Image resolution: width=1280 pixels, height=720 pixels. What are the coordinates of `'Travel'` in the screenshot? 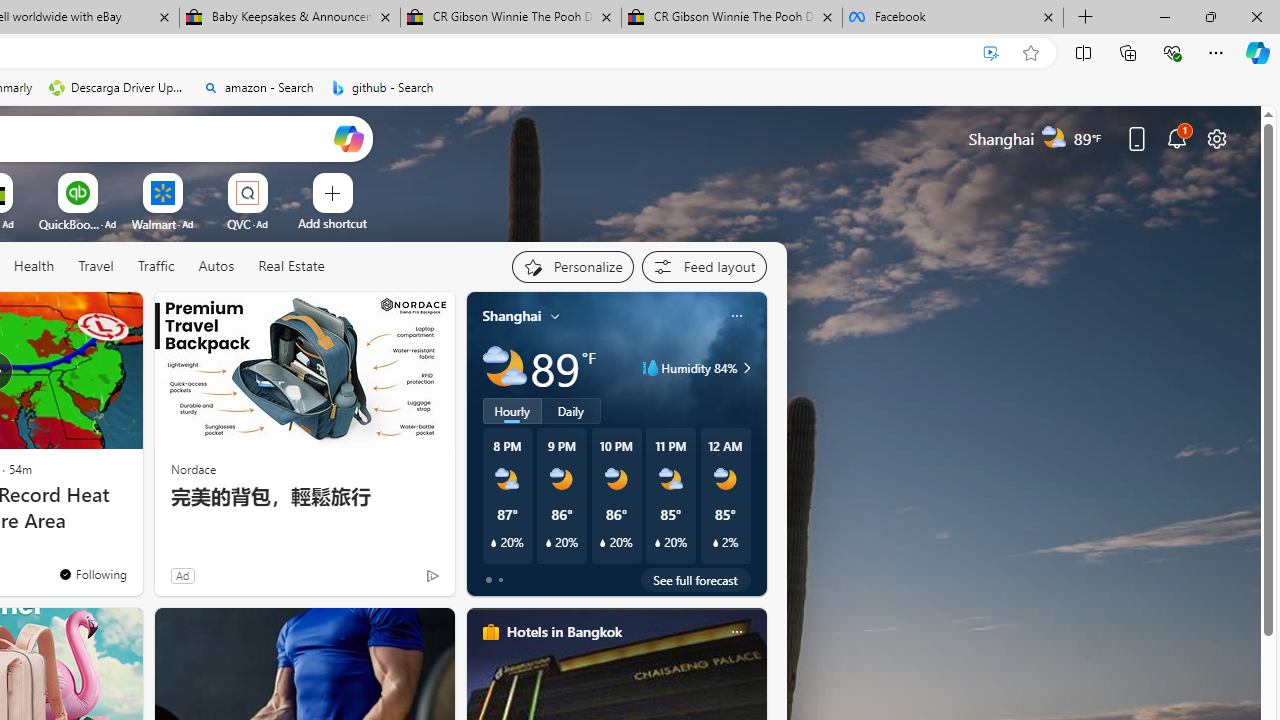 It's located at (95, 266).